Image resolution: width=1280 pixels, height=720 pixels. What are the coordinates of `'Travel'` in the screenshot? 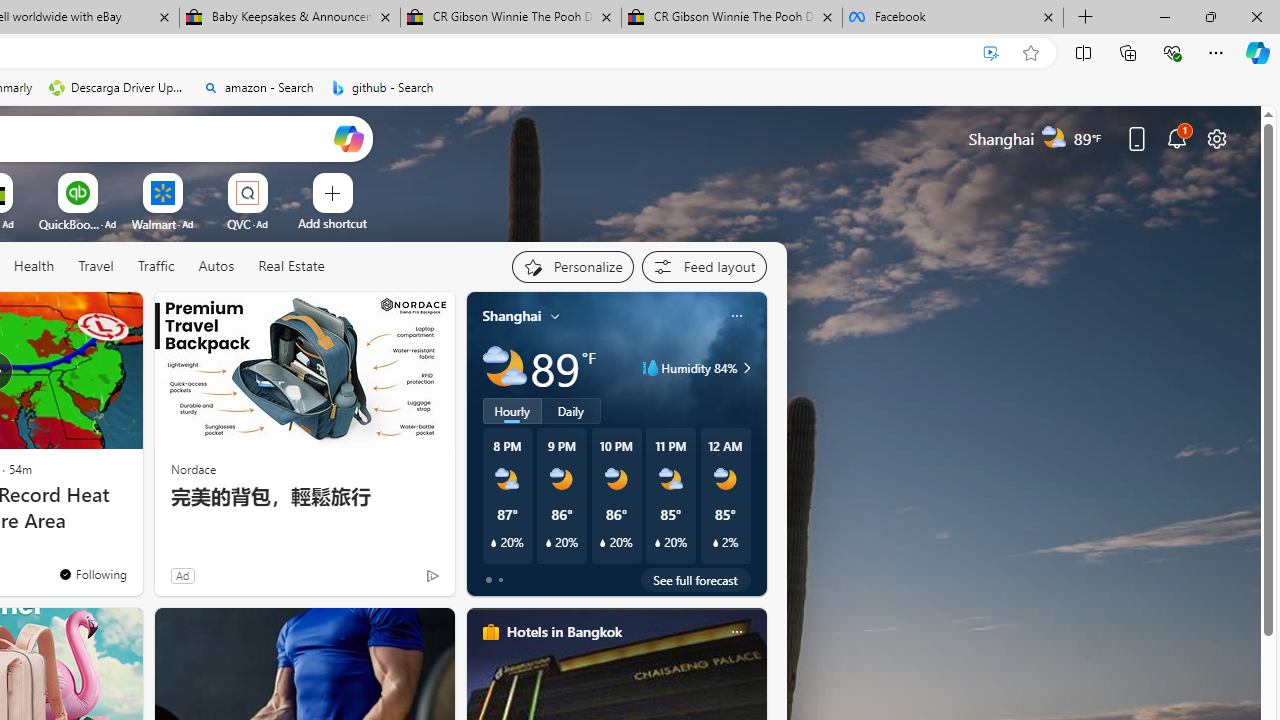 It's located at (95, 266).